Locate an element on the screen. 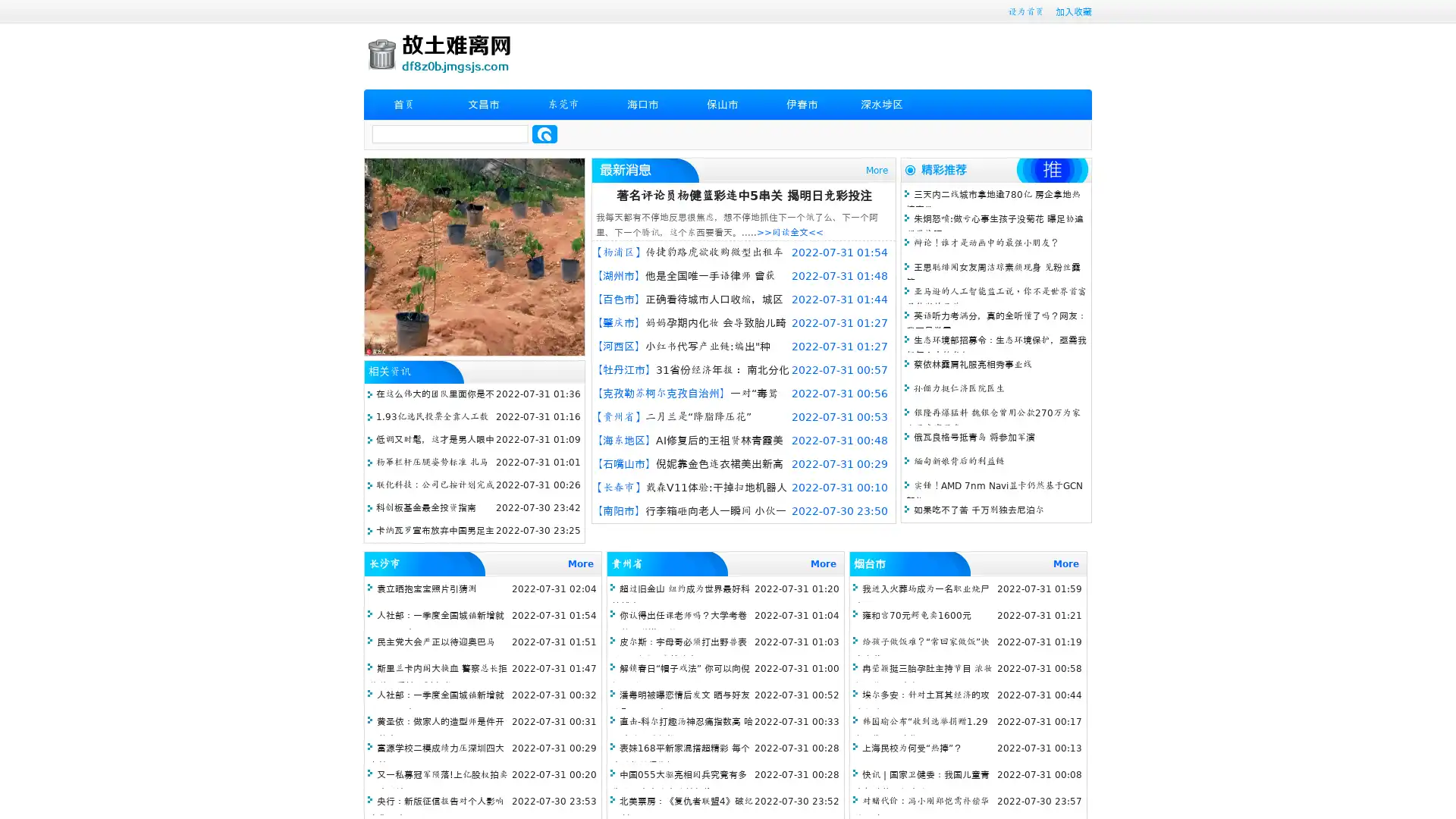 The height and width of the screenshot is (819, 1456). Search is located at coordinates (544, 133).